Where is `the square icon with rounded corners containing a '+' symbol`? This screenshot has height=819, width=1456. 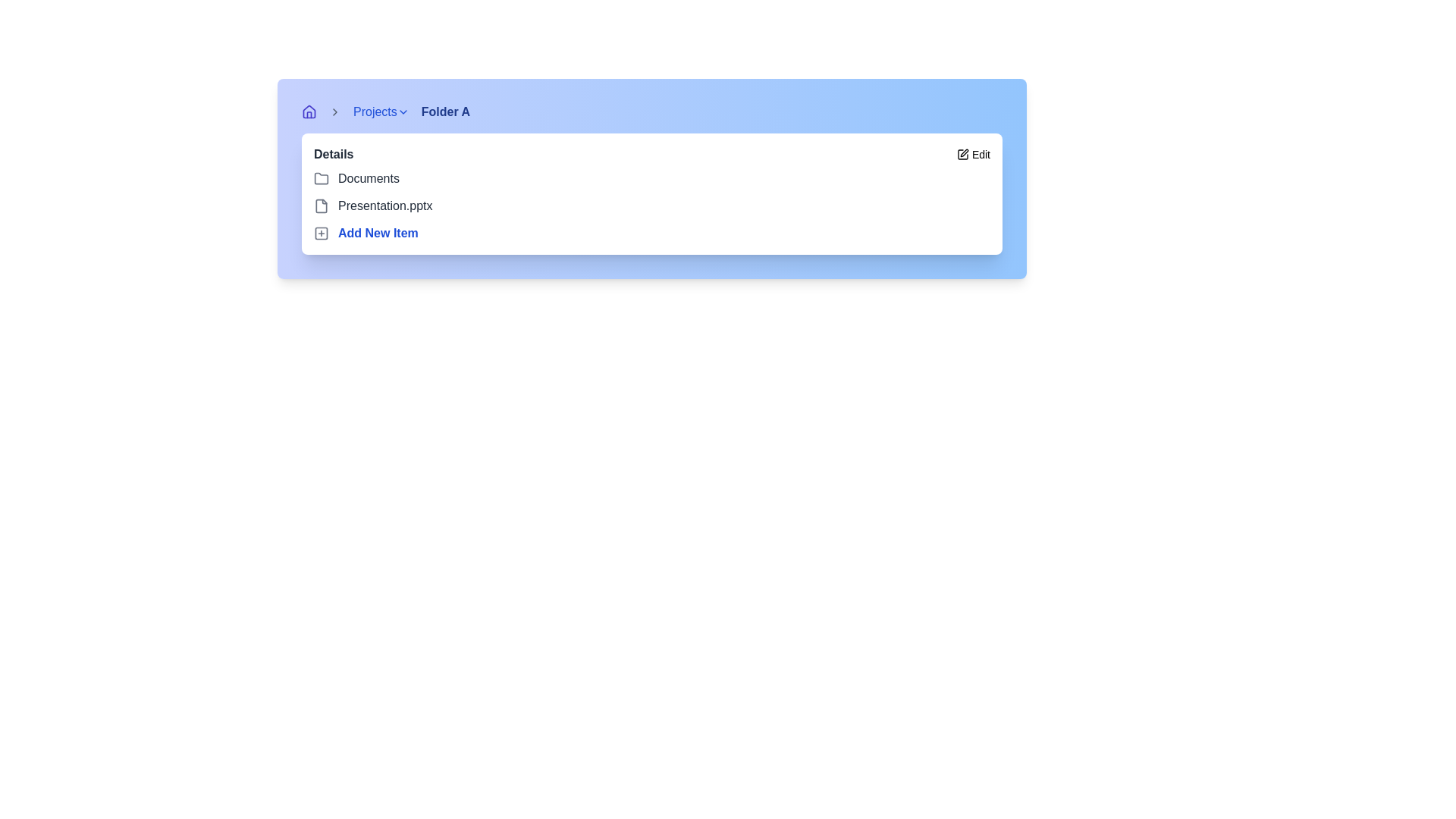 the square icon with rounded corners containing a '+' symbol is located at coordinates (320, 234).